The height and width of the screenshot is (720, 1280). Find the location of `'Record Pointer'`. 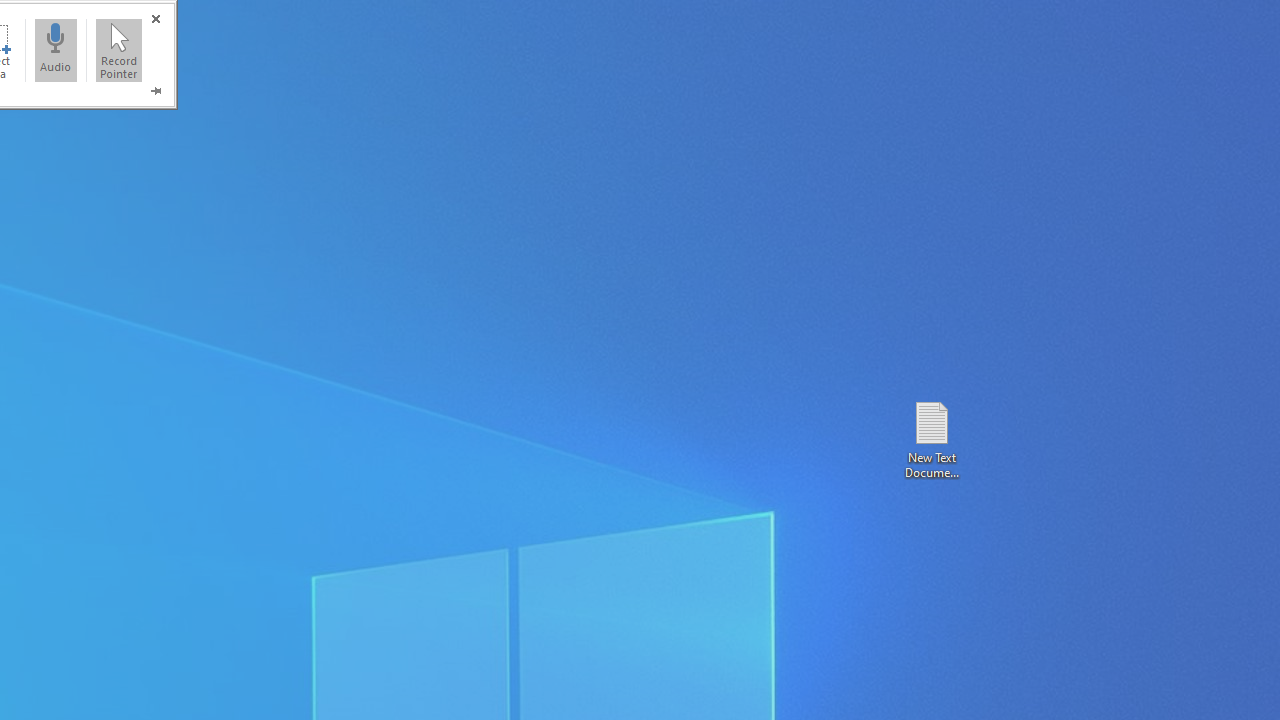

'Record Pointer' is located at coordinates (118, 49).